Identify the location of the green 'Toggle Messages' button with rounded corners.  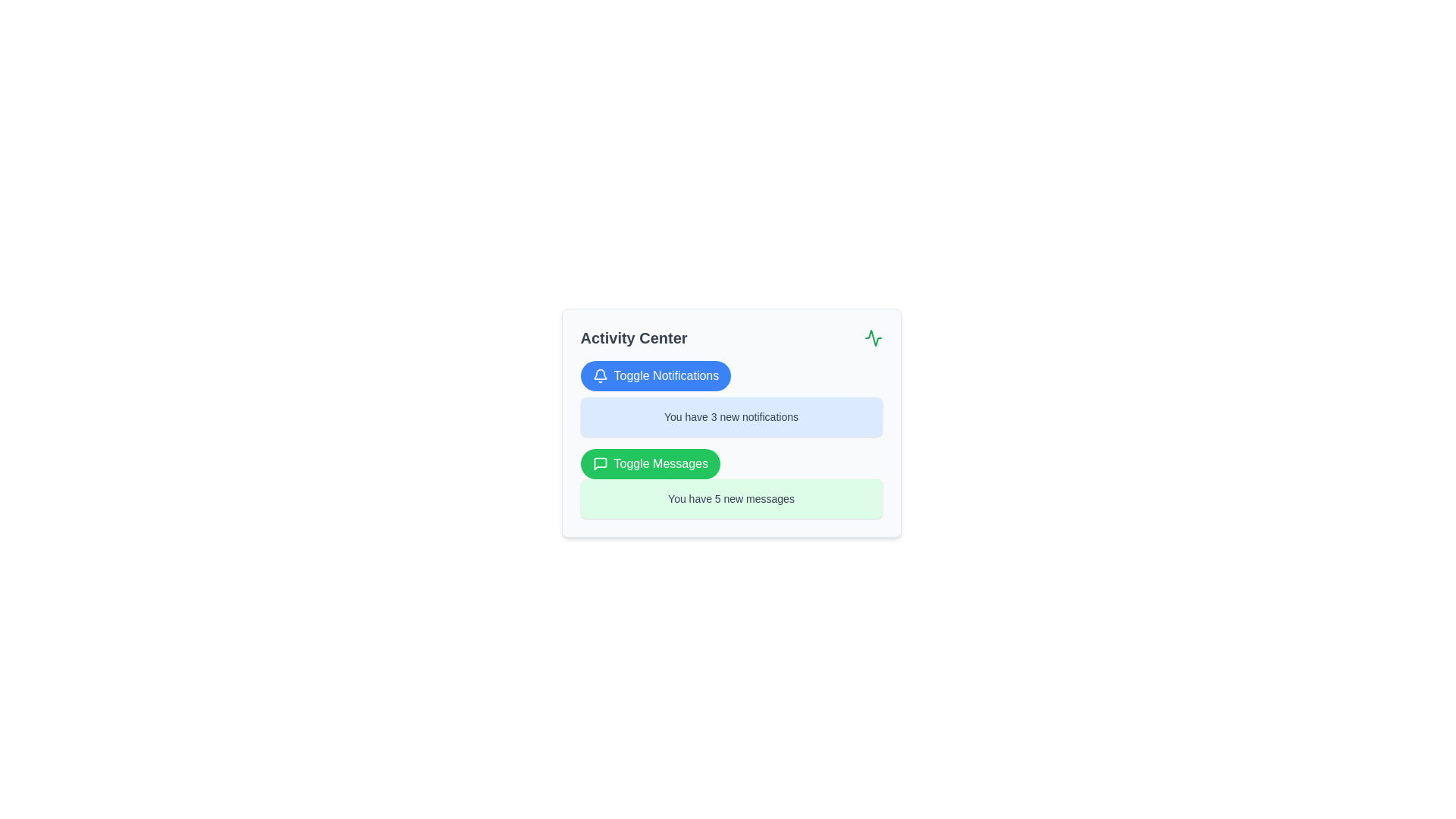
(650, 463).